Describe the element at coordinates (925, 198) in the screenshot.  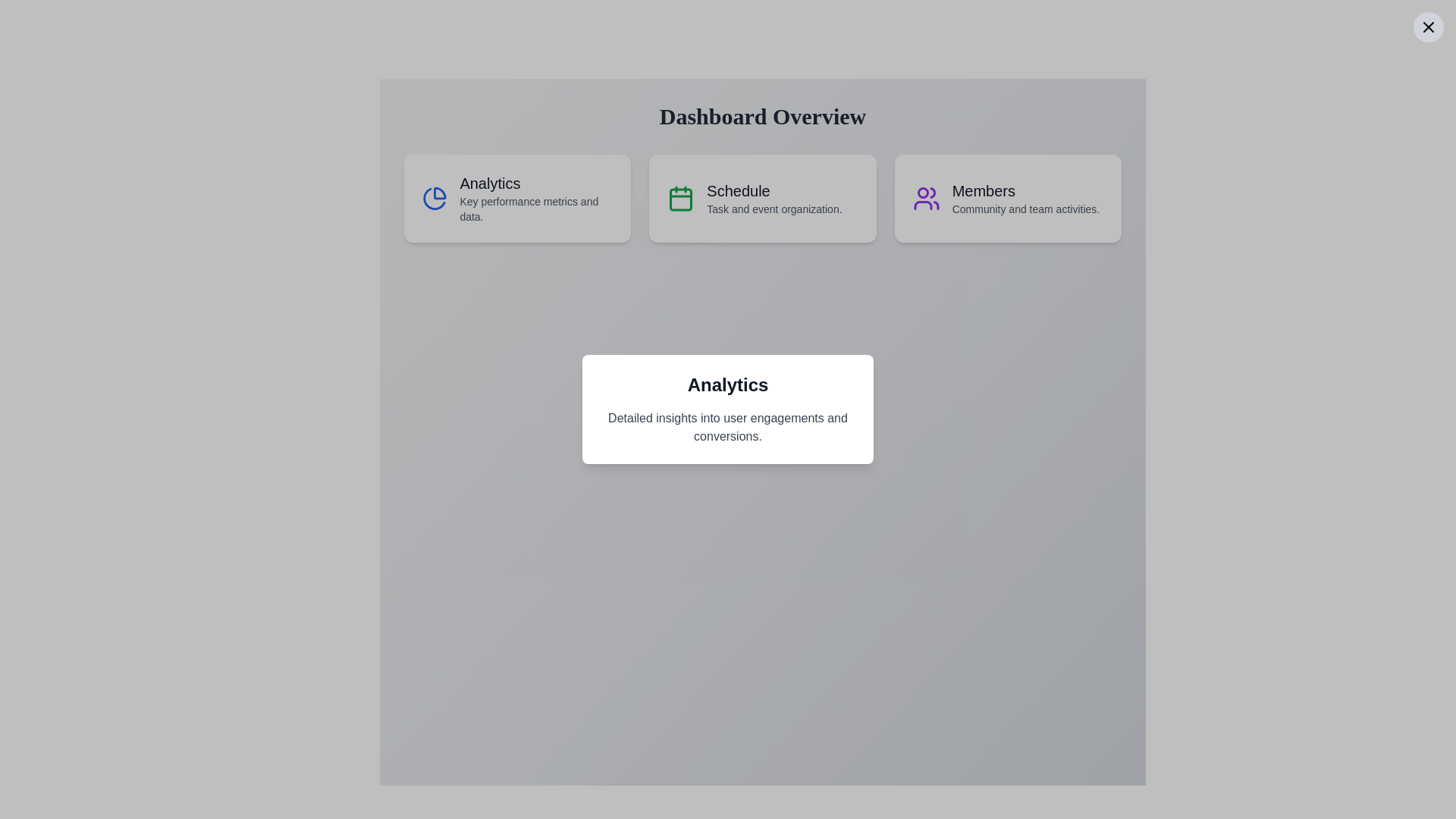
I see `the 'Members' Icon located in the top-right card of the dashboard overview, which signifies community-related activities` at that location.